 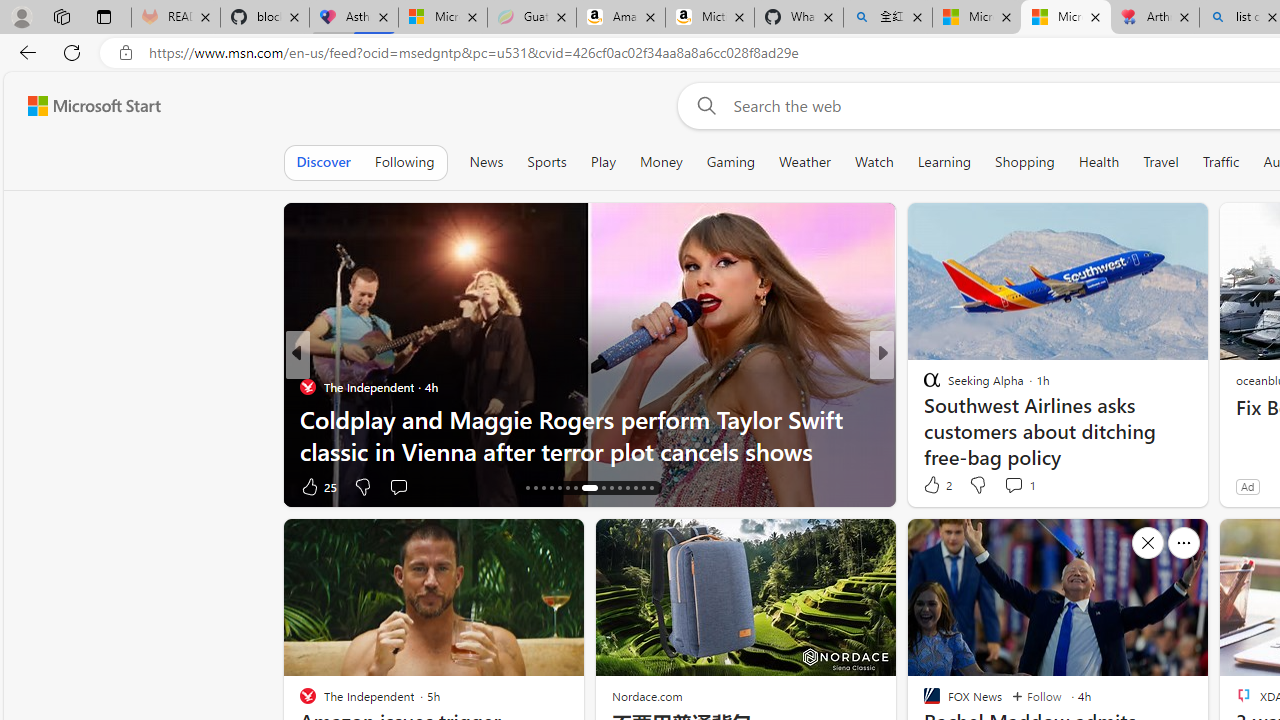 I want to click on 'View comments 3 Comment', so click(x=1014, y=486).